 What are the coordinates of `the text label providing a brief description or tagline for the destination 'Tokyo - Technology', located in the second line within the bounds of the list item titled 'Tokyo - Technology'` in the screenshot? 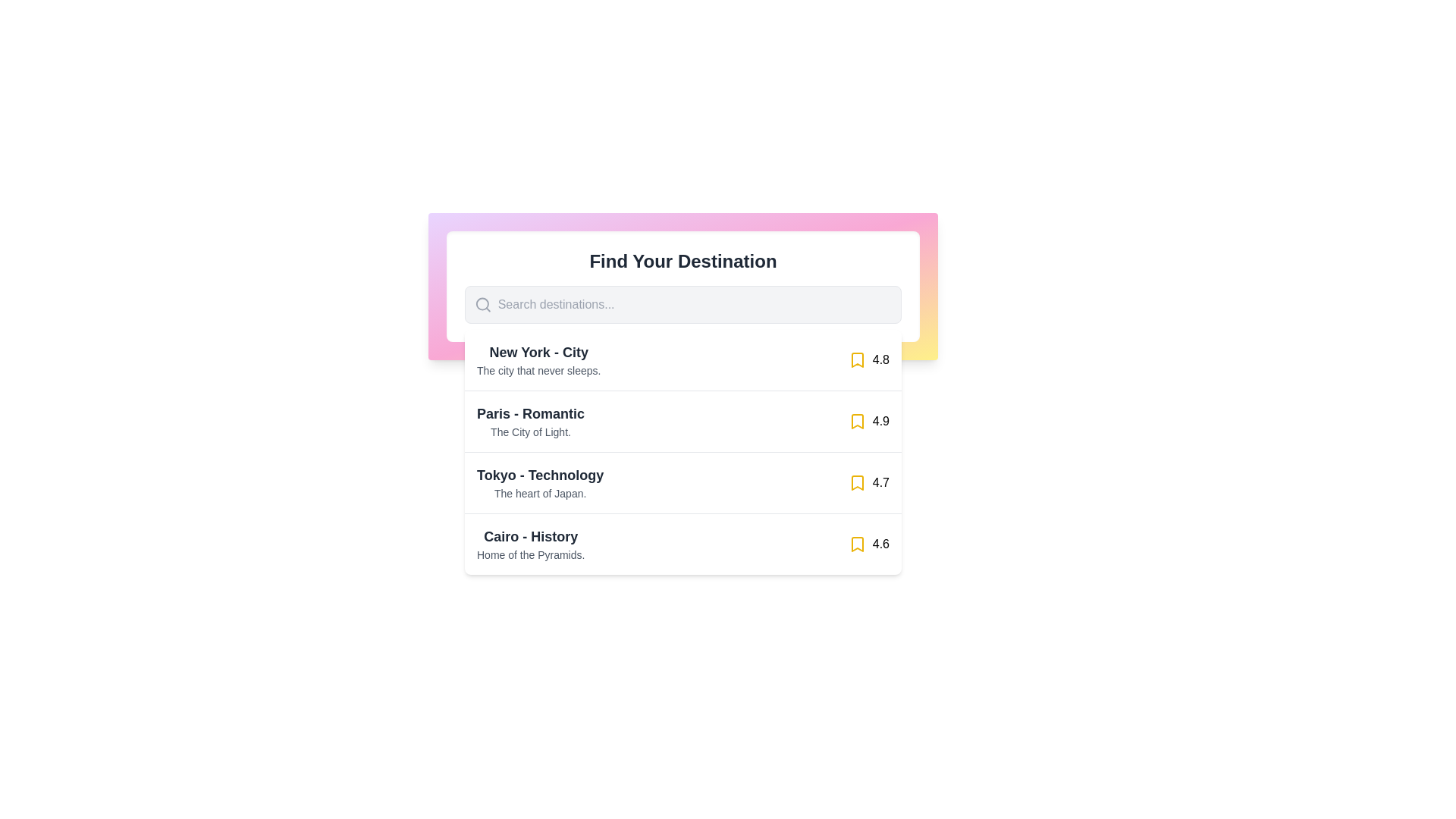 It's located at (540, 494).